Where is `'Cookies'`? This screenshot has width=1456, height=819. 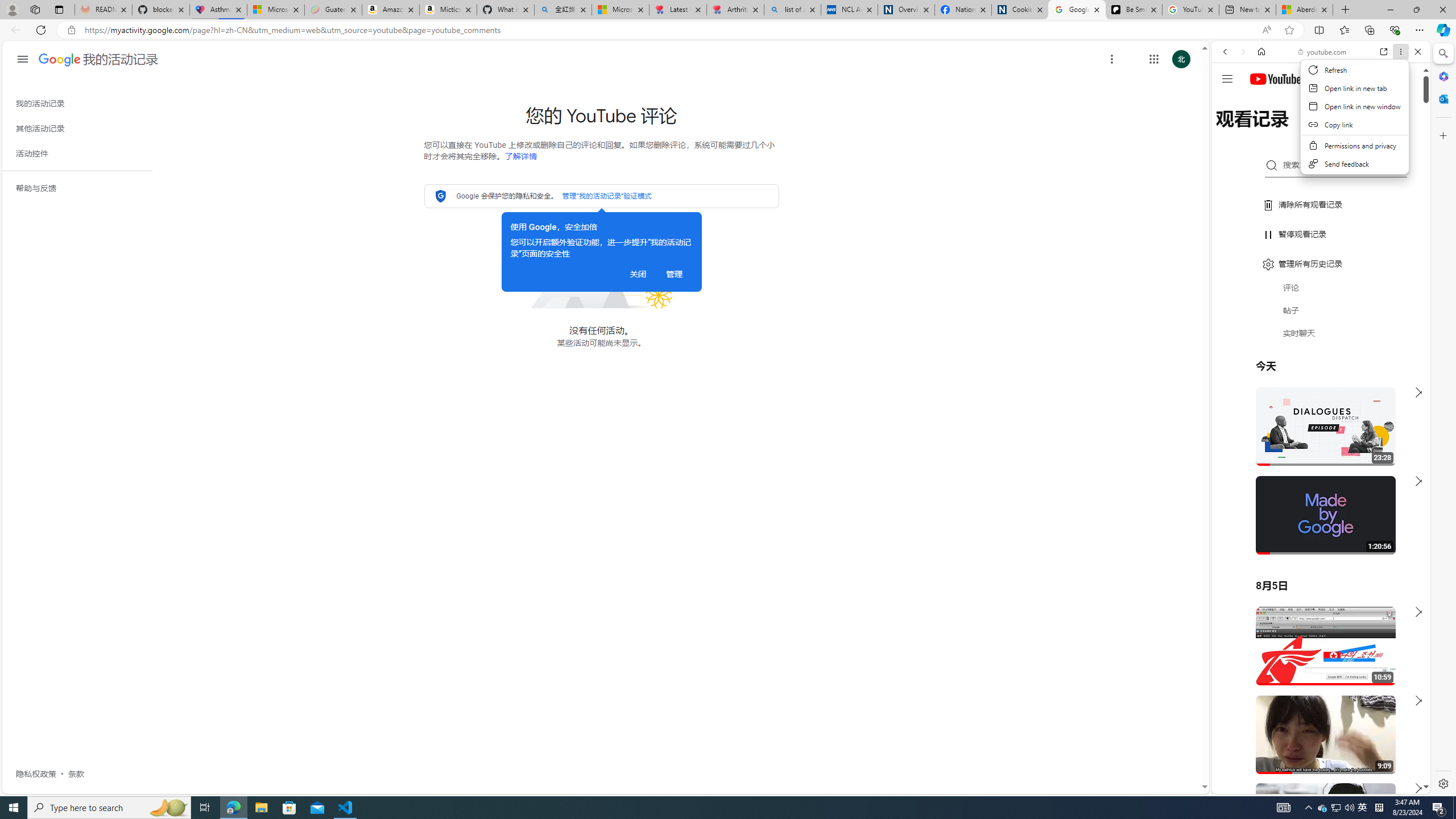 'Cookies' is located at coordinates (1020, 9).